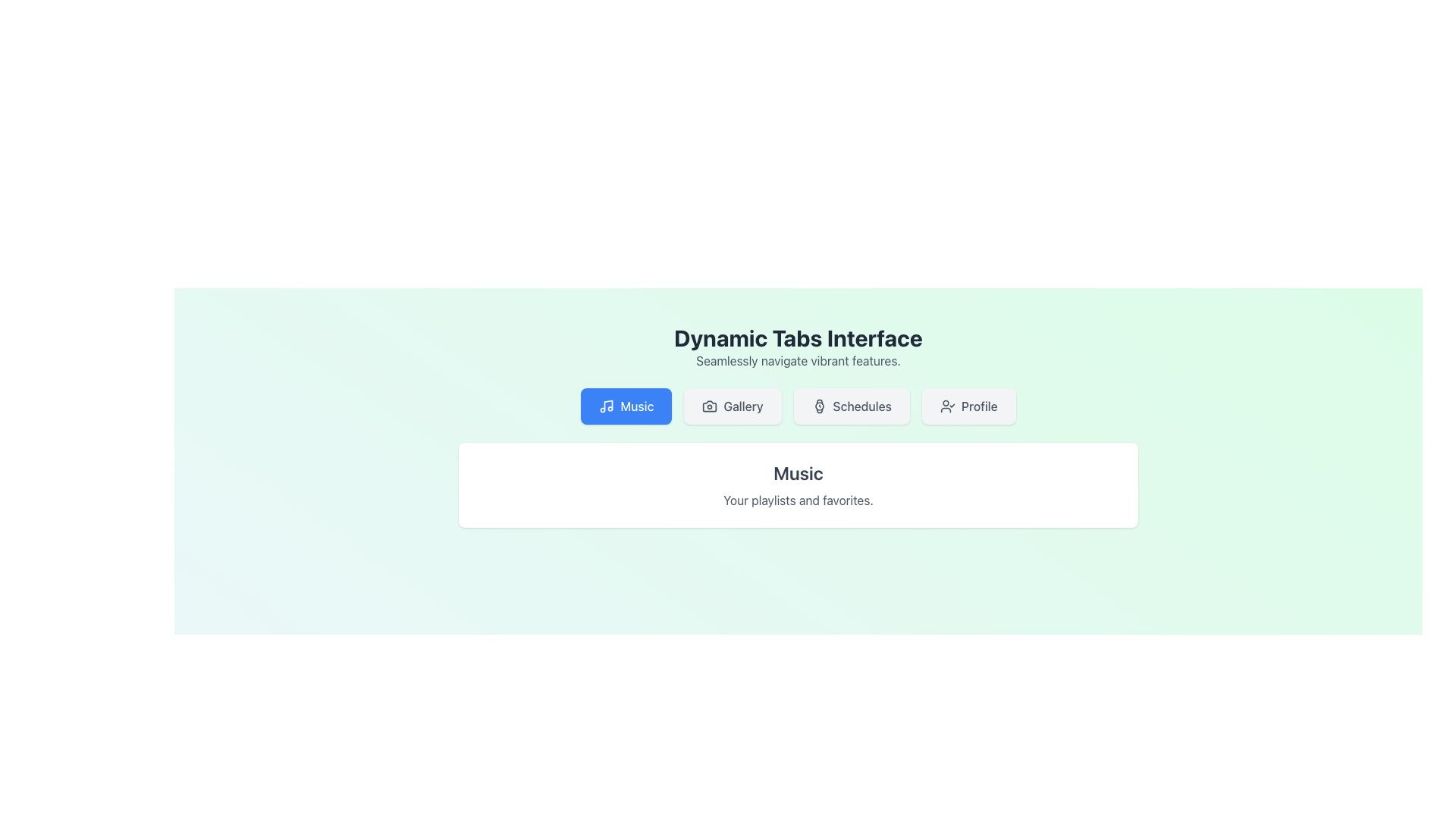  What do you see at coordinates (862, 406) in the screenshot?
I see `the 'Schedules' label` at bounding box center [862, 406].